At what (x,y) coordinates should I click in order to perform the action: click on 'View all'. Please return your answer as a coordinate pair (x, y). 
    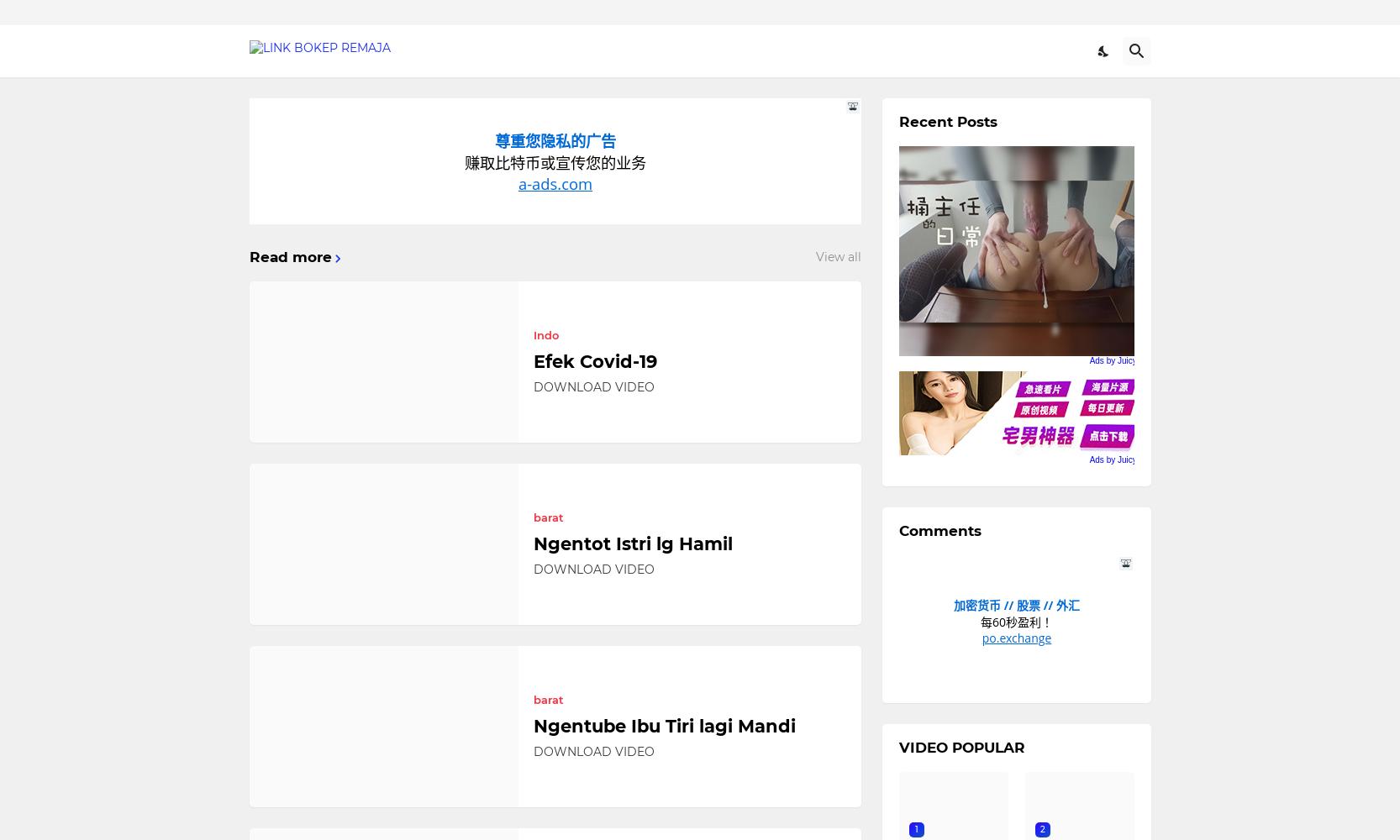
    Looking at the image, I should click on (837, 257).